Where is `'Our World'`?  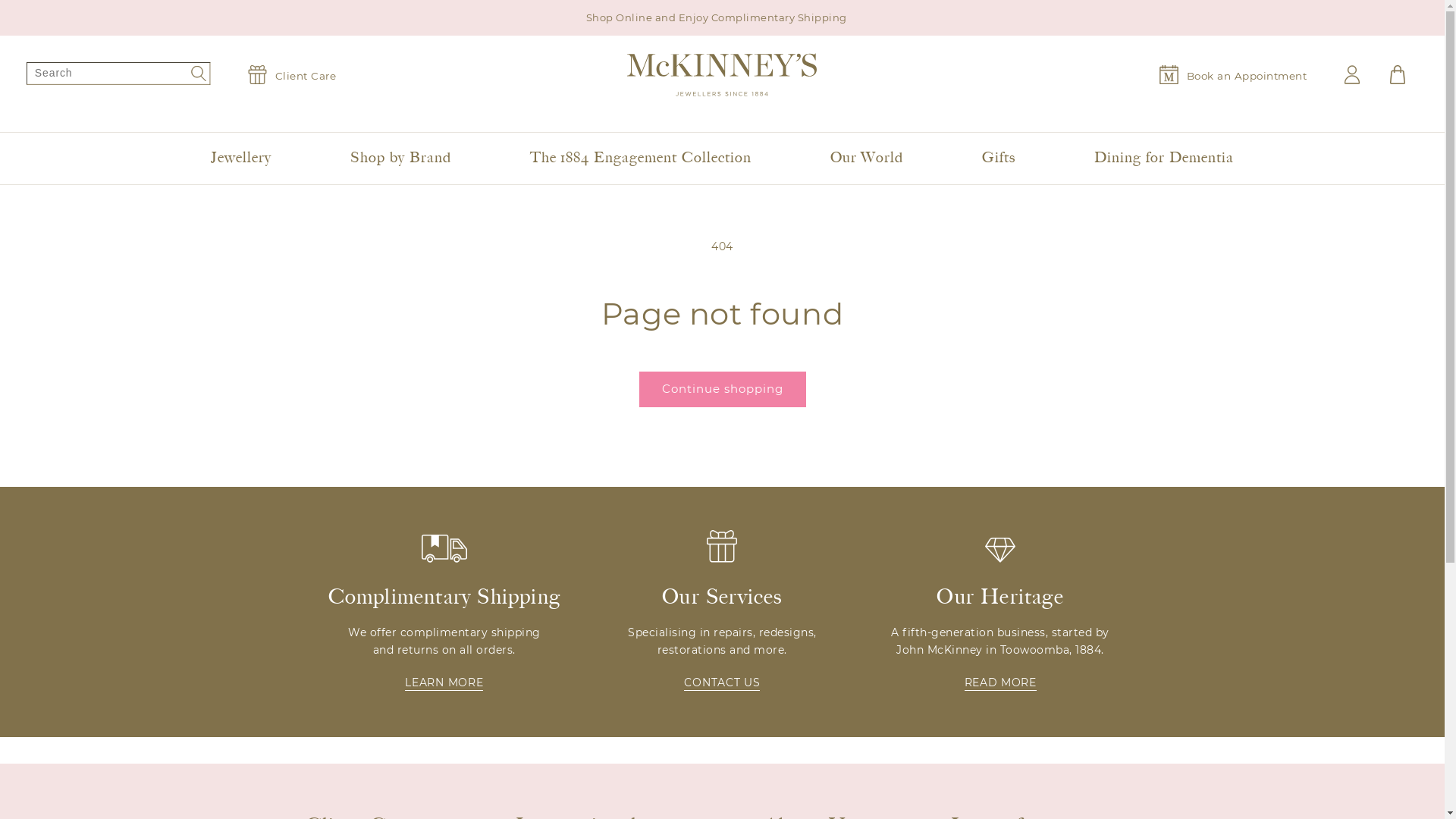
'Our World' is located at coordinates (867, 158).